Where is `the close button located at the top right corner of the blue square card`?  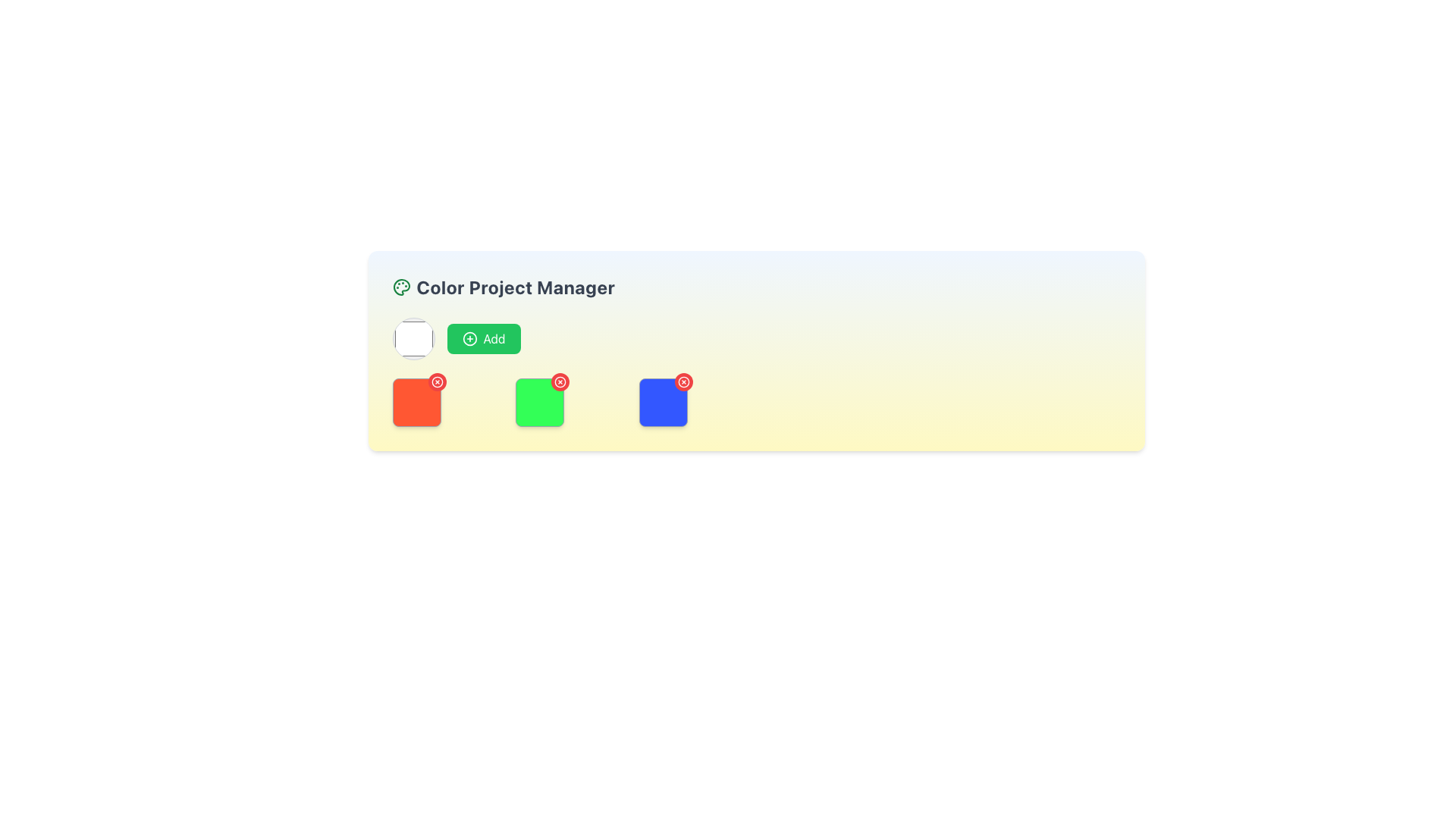 the close button located at the top right corner of the blue square card is located at coordinates (682, 381).